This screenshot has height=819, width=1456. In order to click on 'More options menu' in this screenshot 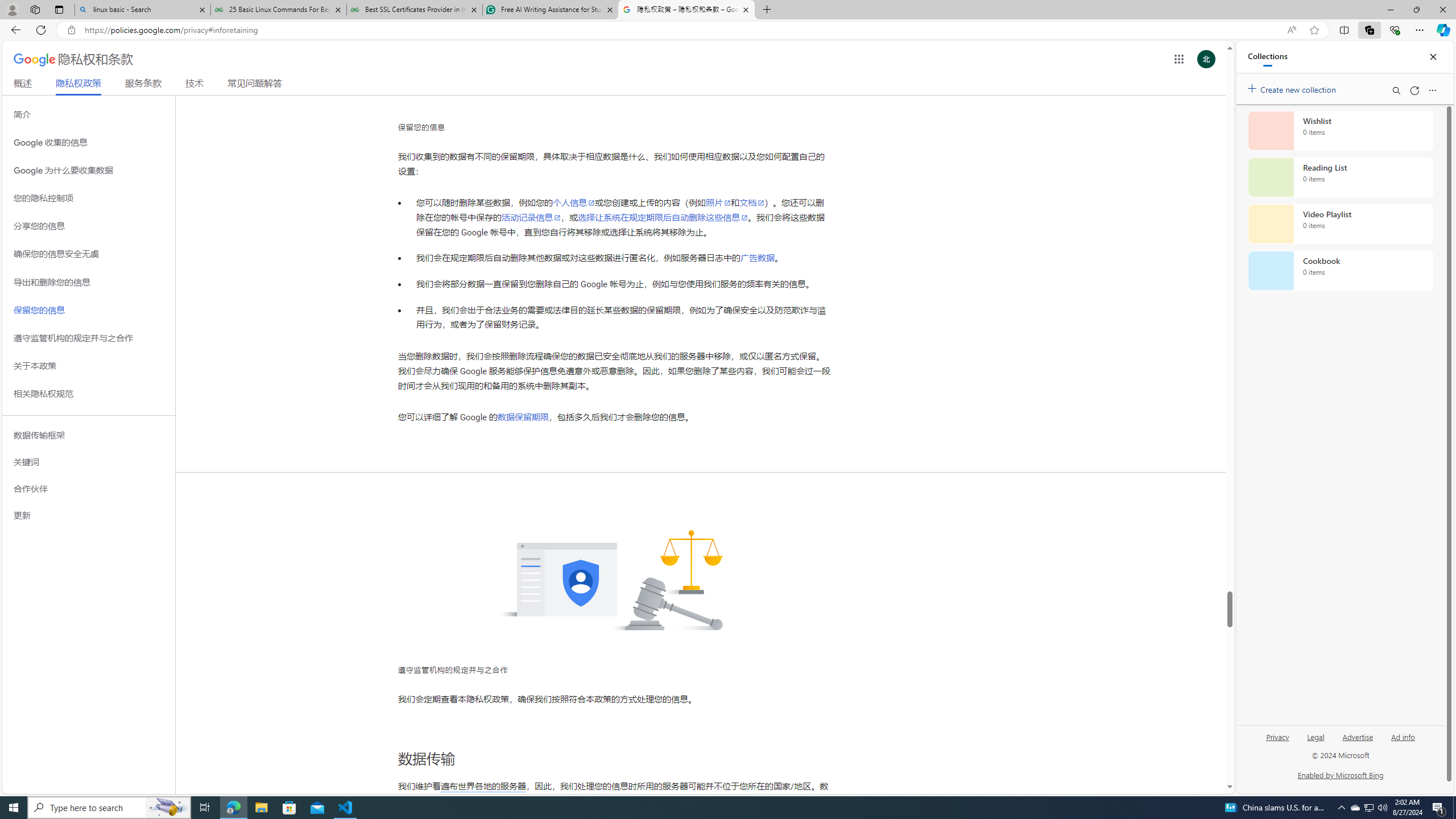, I will do `click(1433, 90)`.